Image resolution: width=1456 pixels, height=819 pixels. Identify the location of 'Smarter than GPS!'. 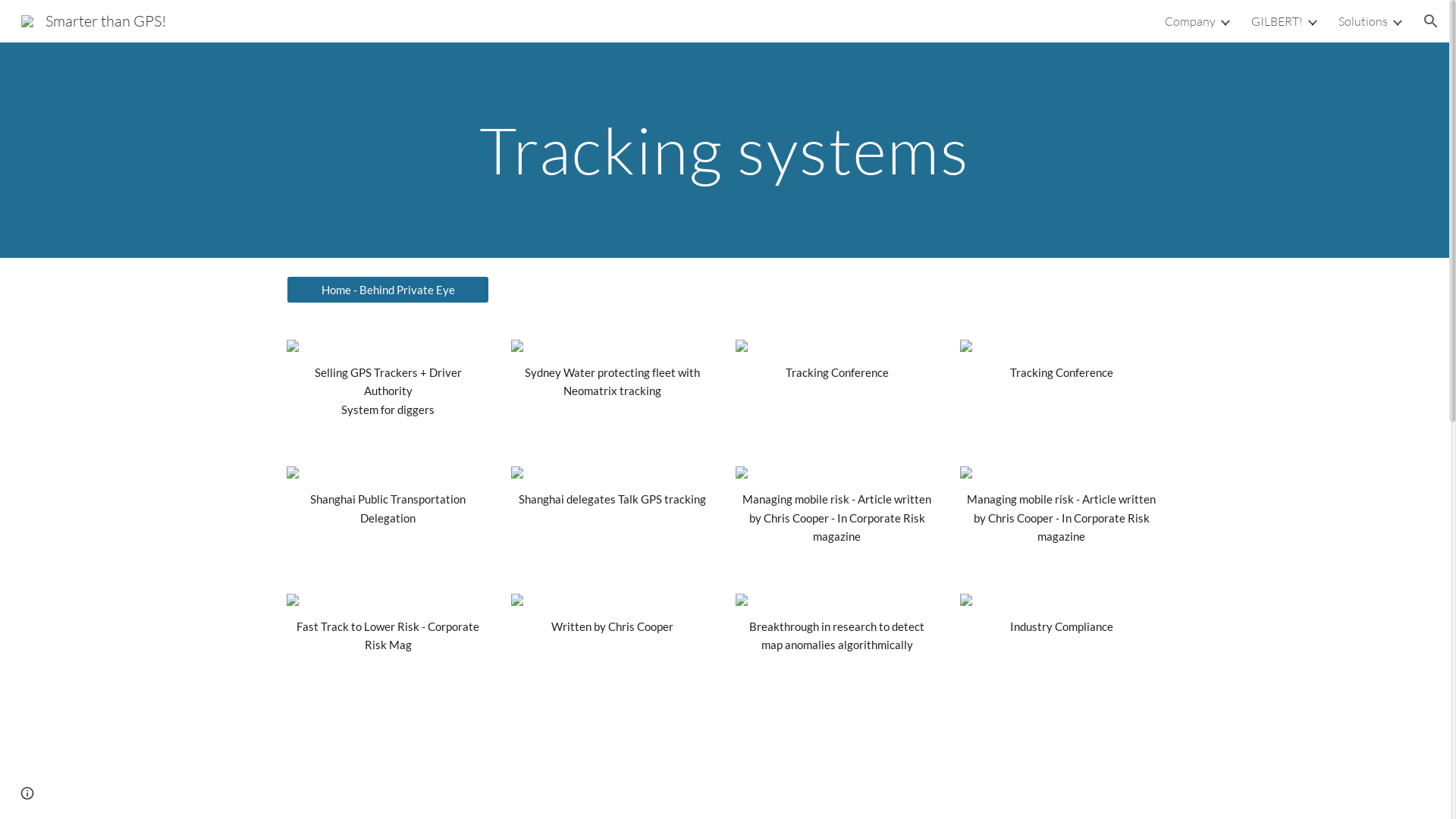
(93, 19).